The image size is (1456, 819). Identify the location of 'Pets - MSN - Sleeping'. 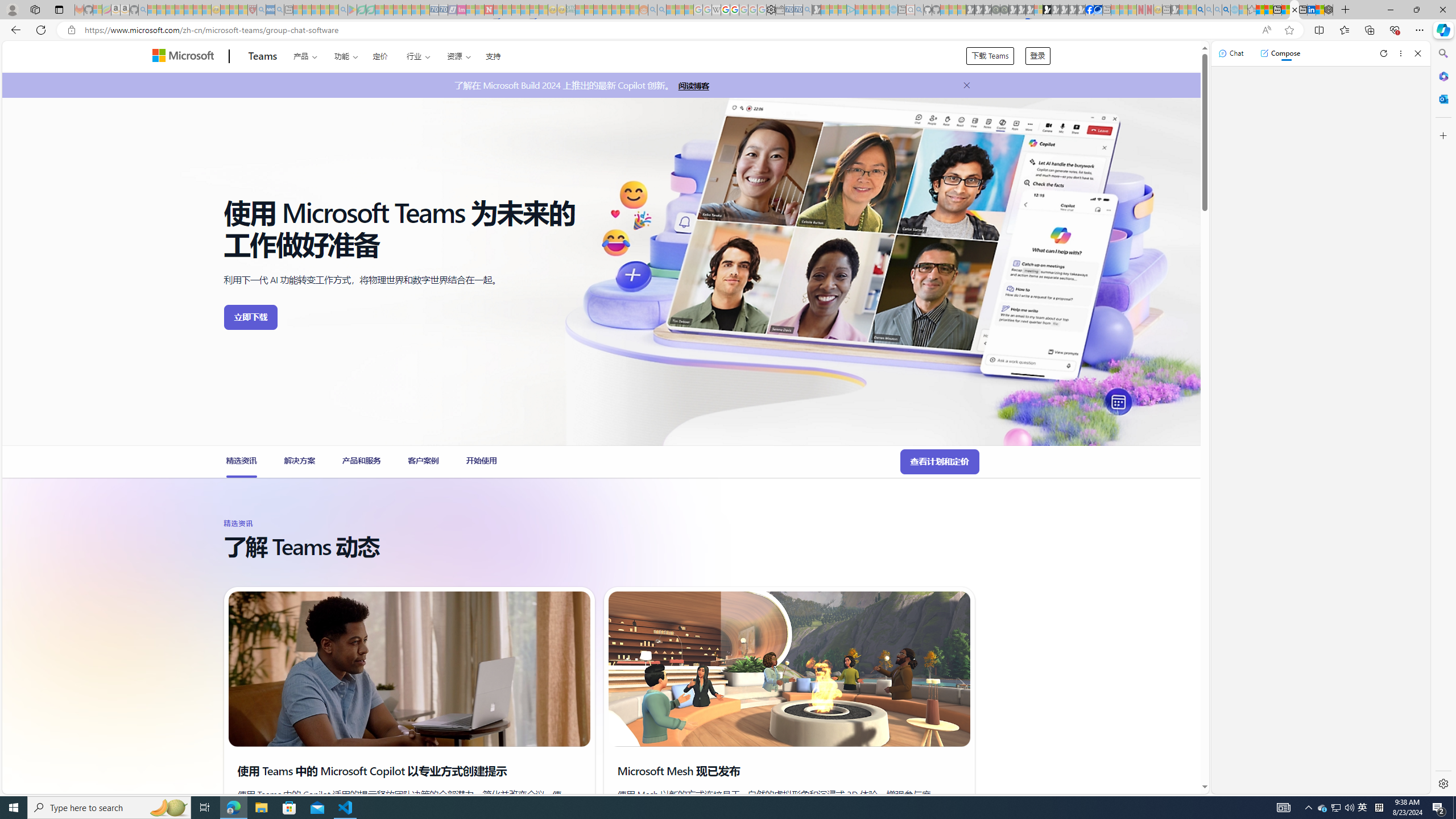
(325, 9).